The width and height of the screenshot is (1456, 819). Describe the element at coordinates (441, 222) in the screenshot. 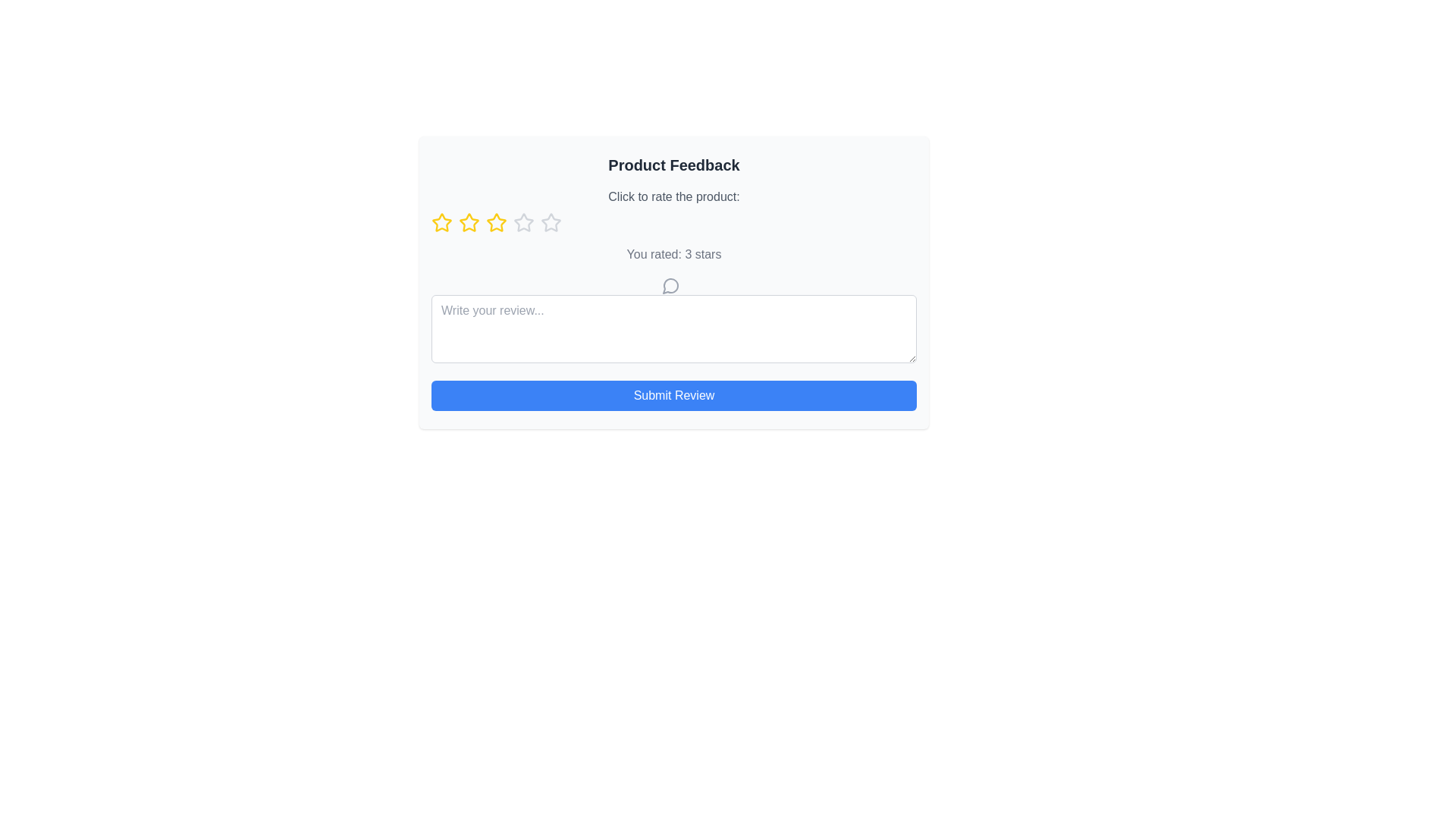

I see `the star-shaped icon button with a yellow outline` at that location.